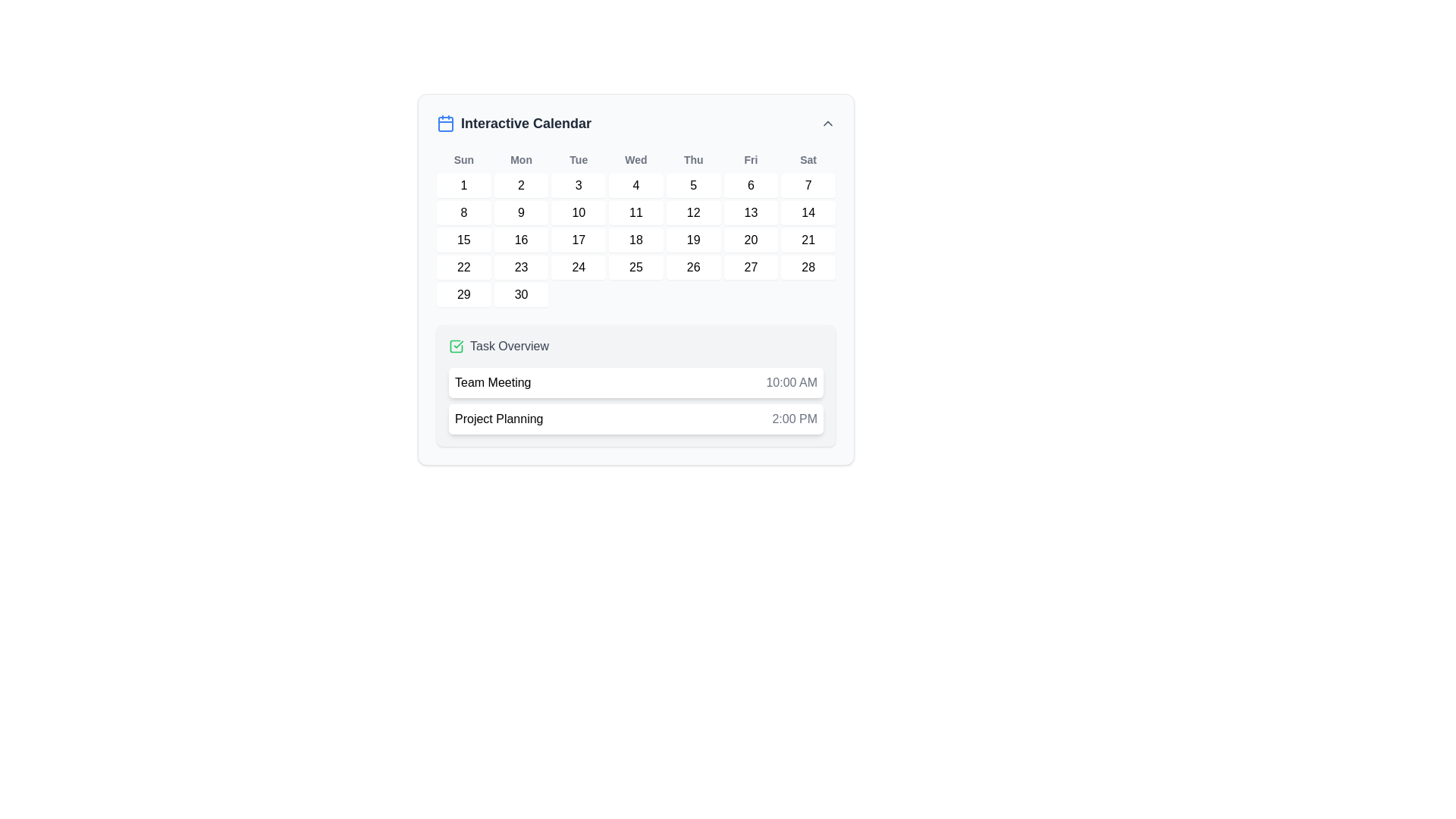 The image size is (1456, 819). What do you see at coordinates (751, 239) in the screenshot?
I see `the Button-like calendar day element displaying the number '20' located in the third row and sixth column of the calendar grid under the 'Fri' column` at bounding box center [751, 239].